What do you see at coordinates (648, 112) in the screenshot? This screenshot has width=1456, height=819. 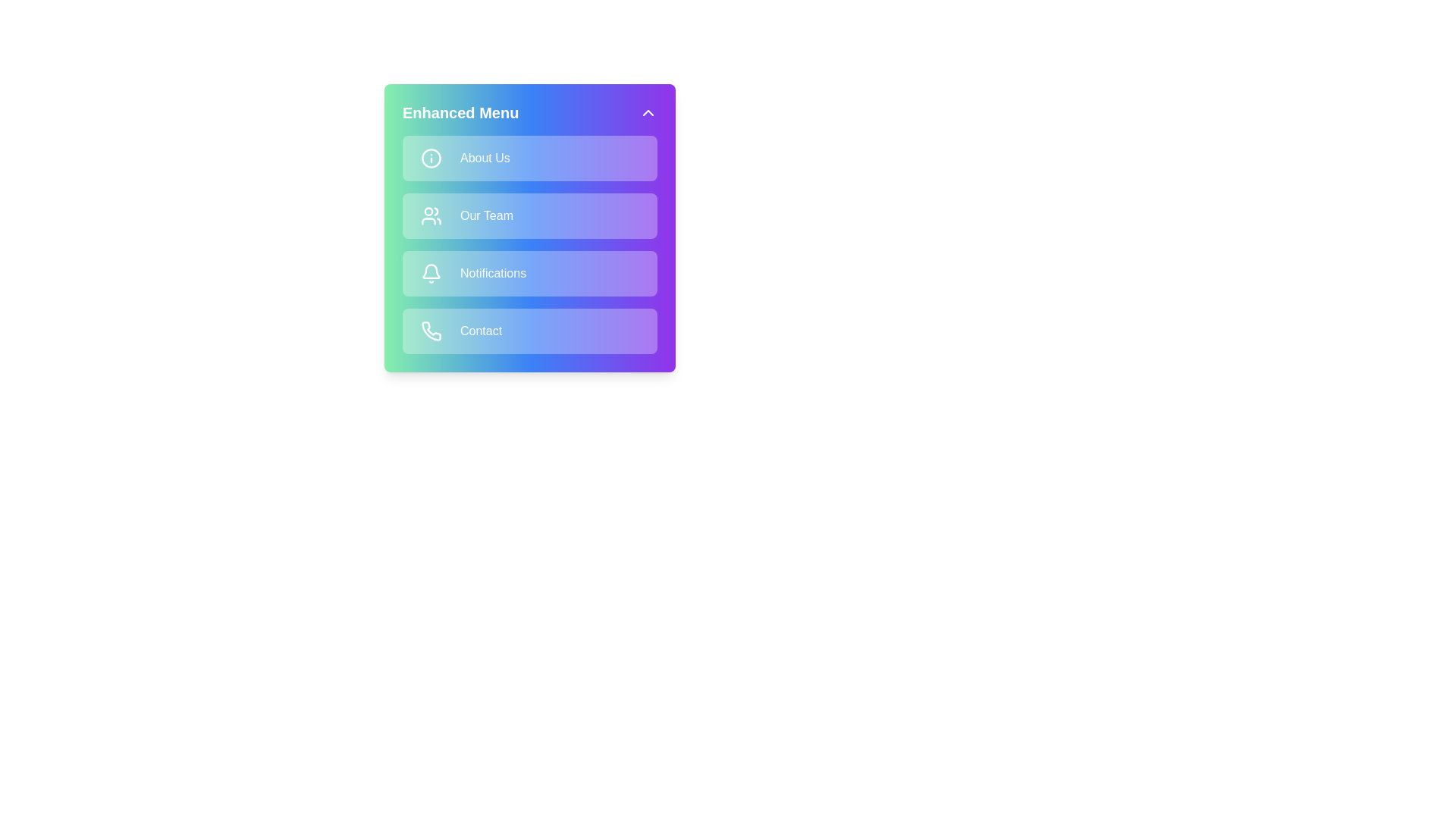 I see `the toggle button to expand or collapse the menu` at bounding box center [648, 112].